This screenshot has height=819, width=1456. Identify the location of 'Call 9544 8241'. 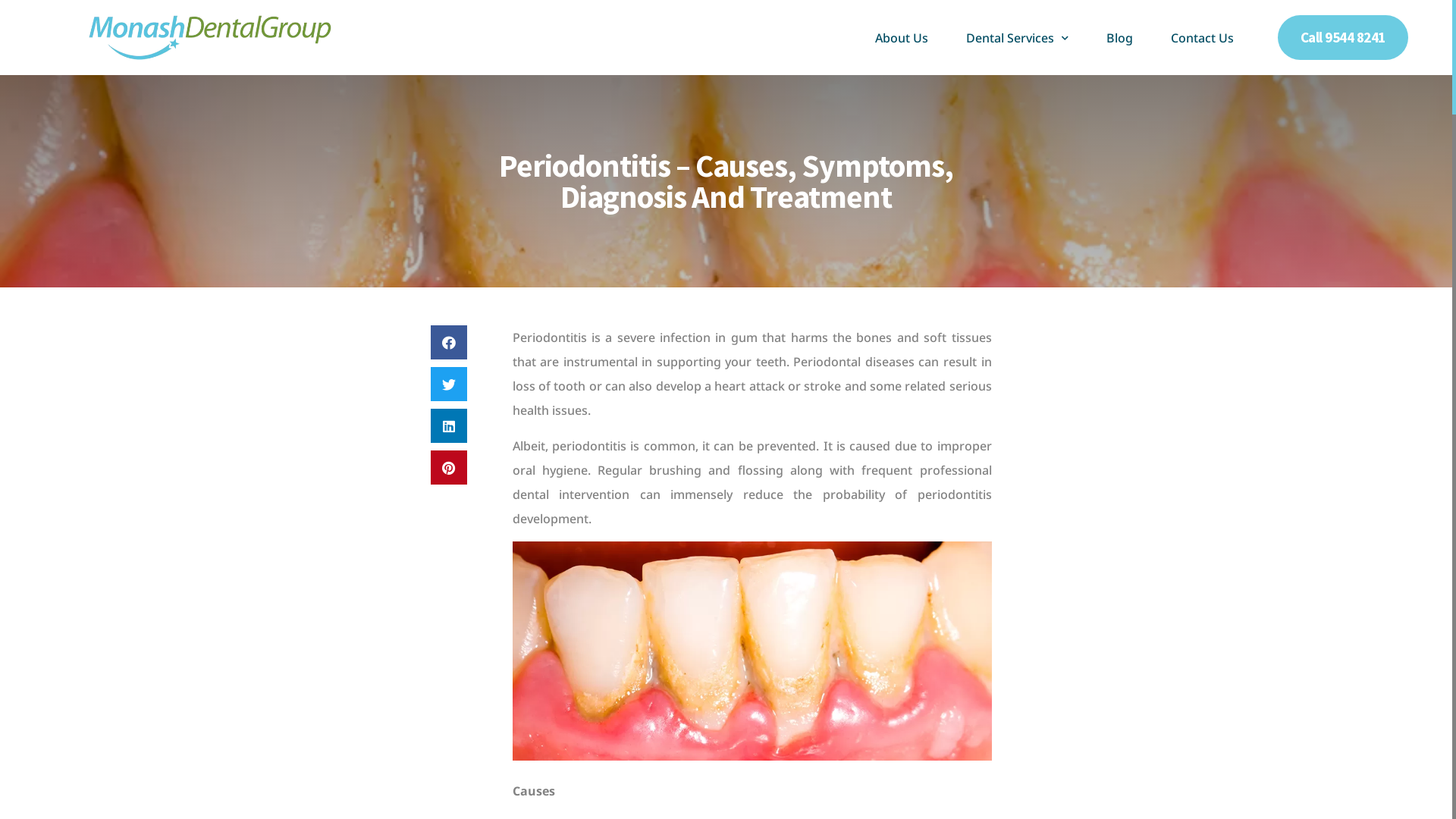
(1343, 36).